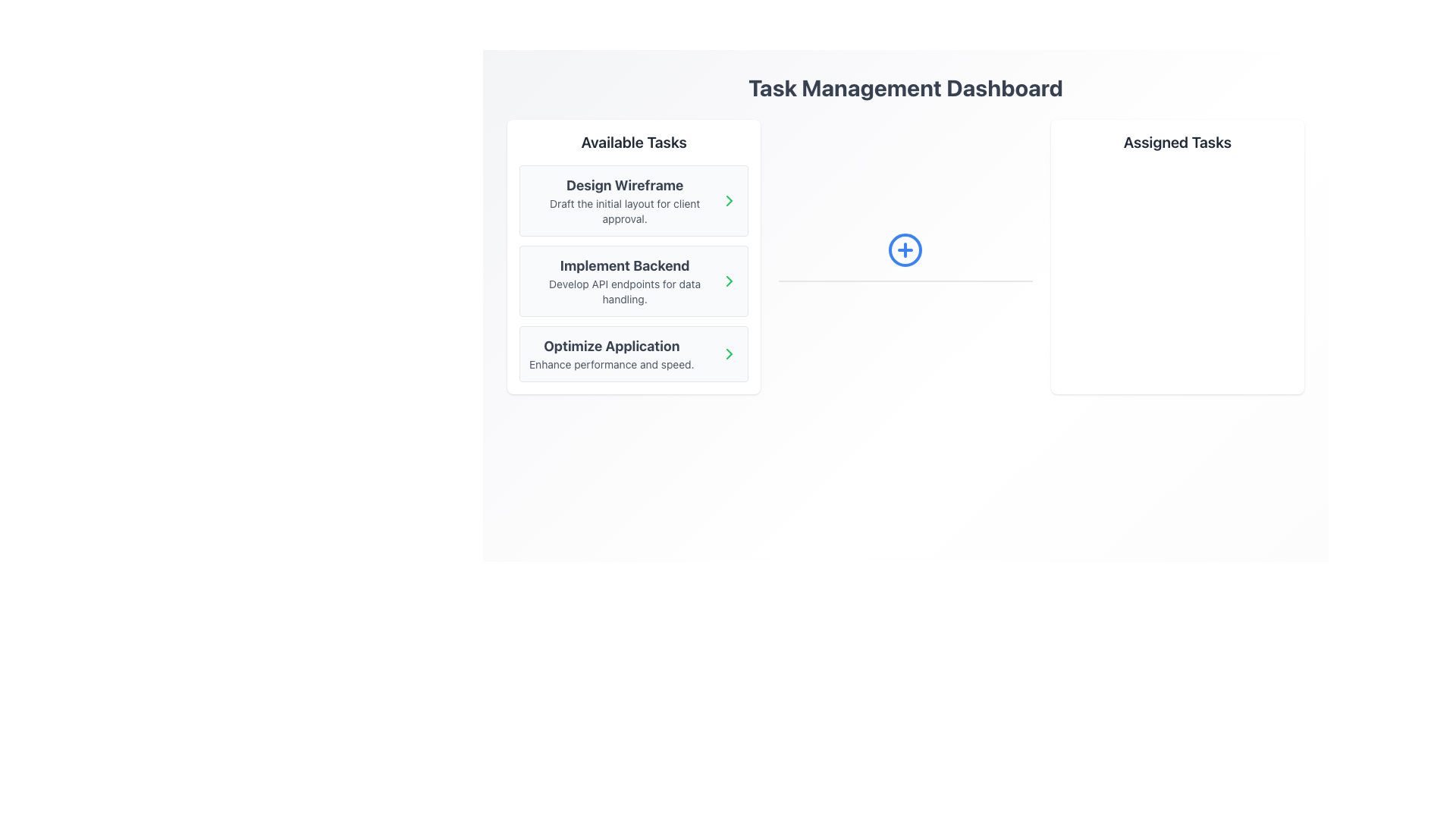  I want to click on the title text displaying 'Task Management Dashboard', which is styled with a bold, large font and centered alignment, located at the top of the interface layout, so click(905, 87).